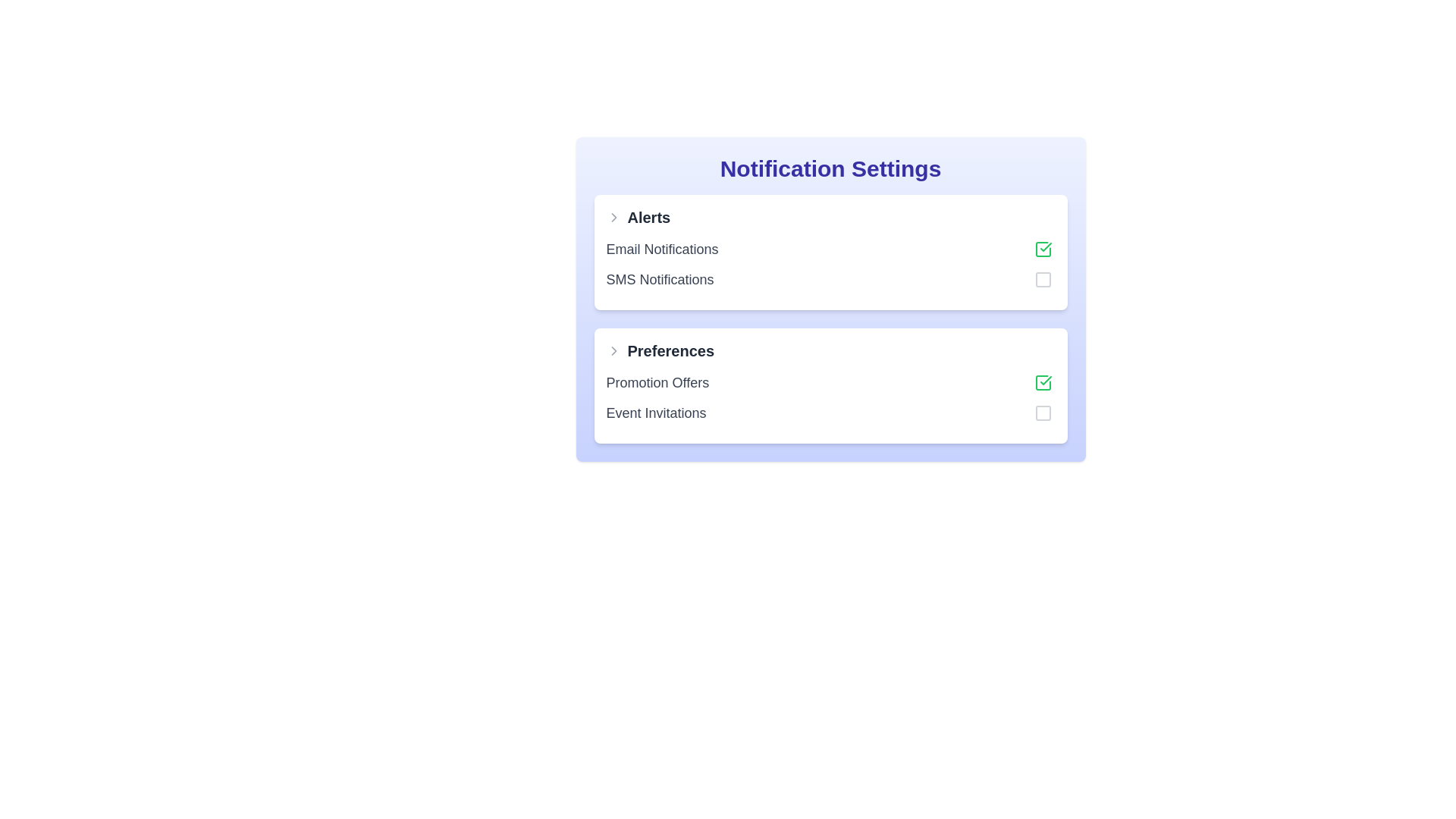 This screenshot has width=1456, height=819. What do you see at coordinates (1042, 280) in the screenshot?
I see `the second icon` at bounding box center [1042, 280].